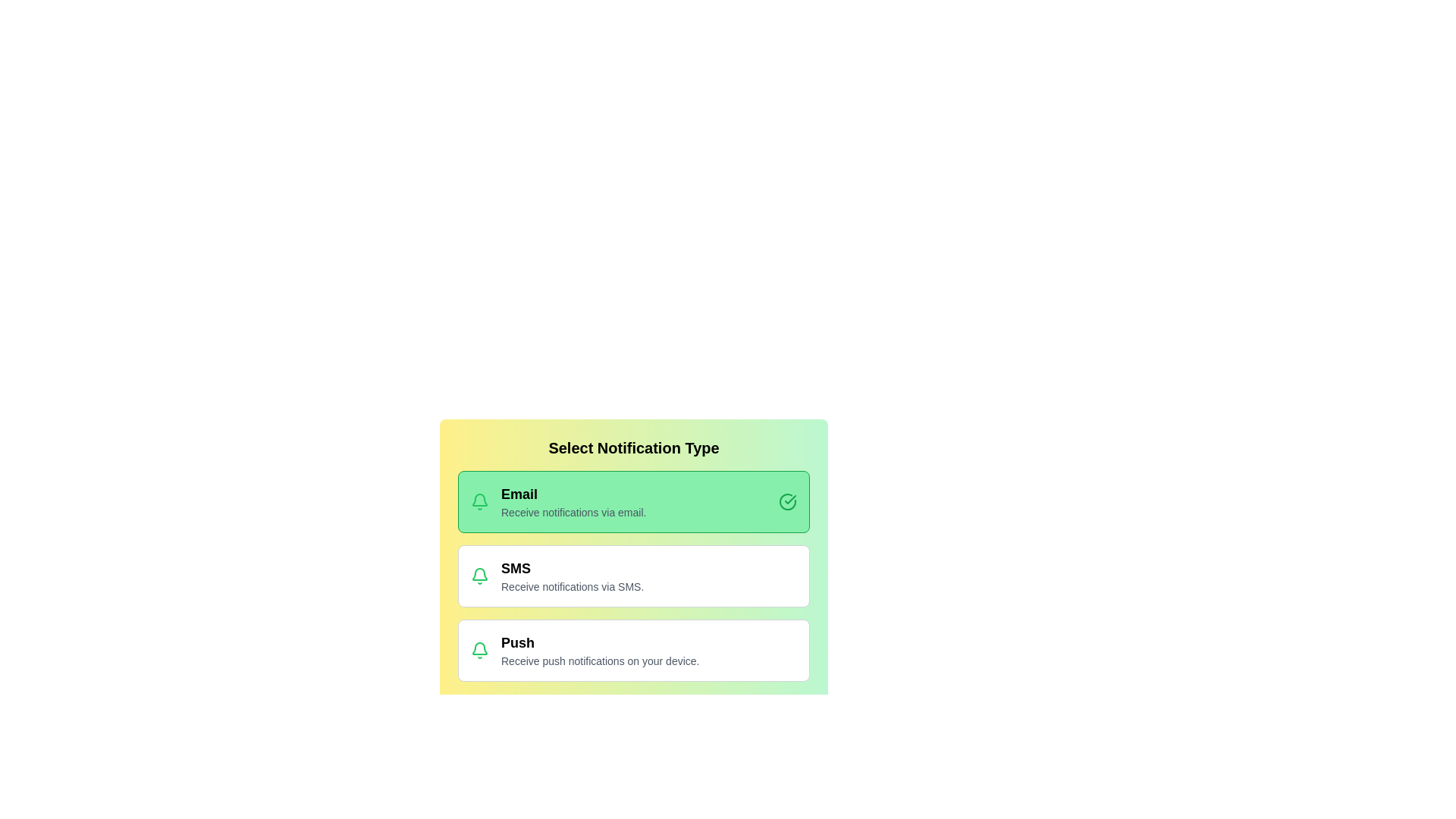 The width and height of the screenshot is (1456, 819). Describe the element at coordinates (479, 649) in the screenshot. I see `the notification bell icon representing the option for receiving push notifications located beside the 'Push' title` at that location.